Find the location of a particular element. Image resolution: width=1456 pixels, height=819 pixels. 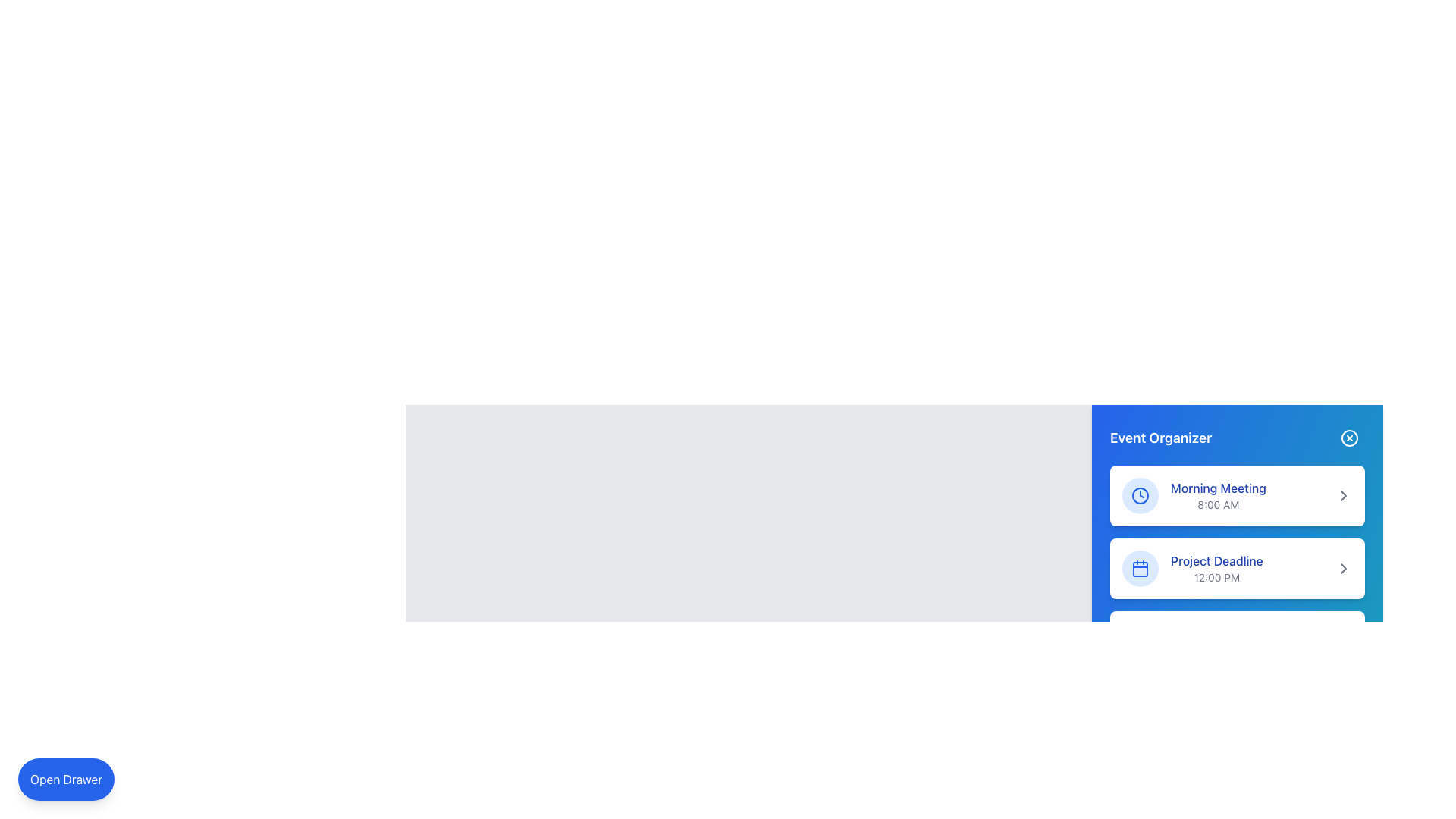

the interactive icon located on the right side of the 'Project Deadline' entry in the 'Event Organizer' panel is located at coordinates (1343, 496).